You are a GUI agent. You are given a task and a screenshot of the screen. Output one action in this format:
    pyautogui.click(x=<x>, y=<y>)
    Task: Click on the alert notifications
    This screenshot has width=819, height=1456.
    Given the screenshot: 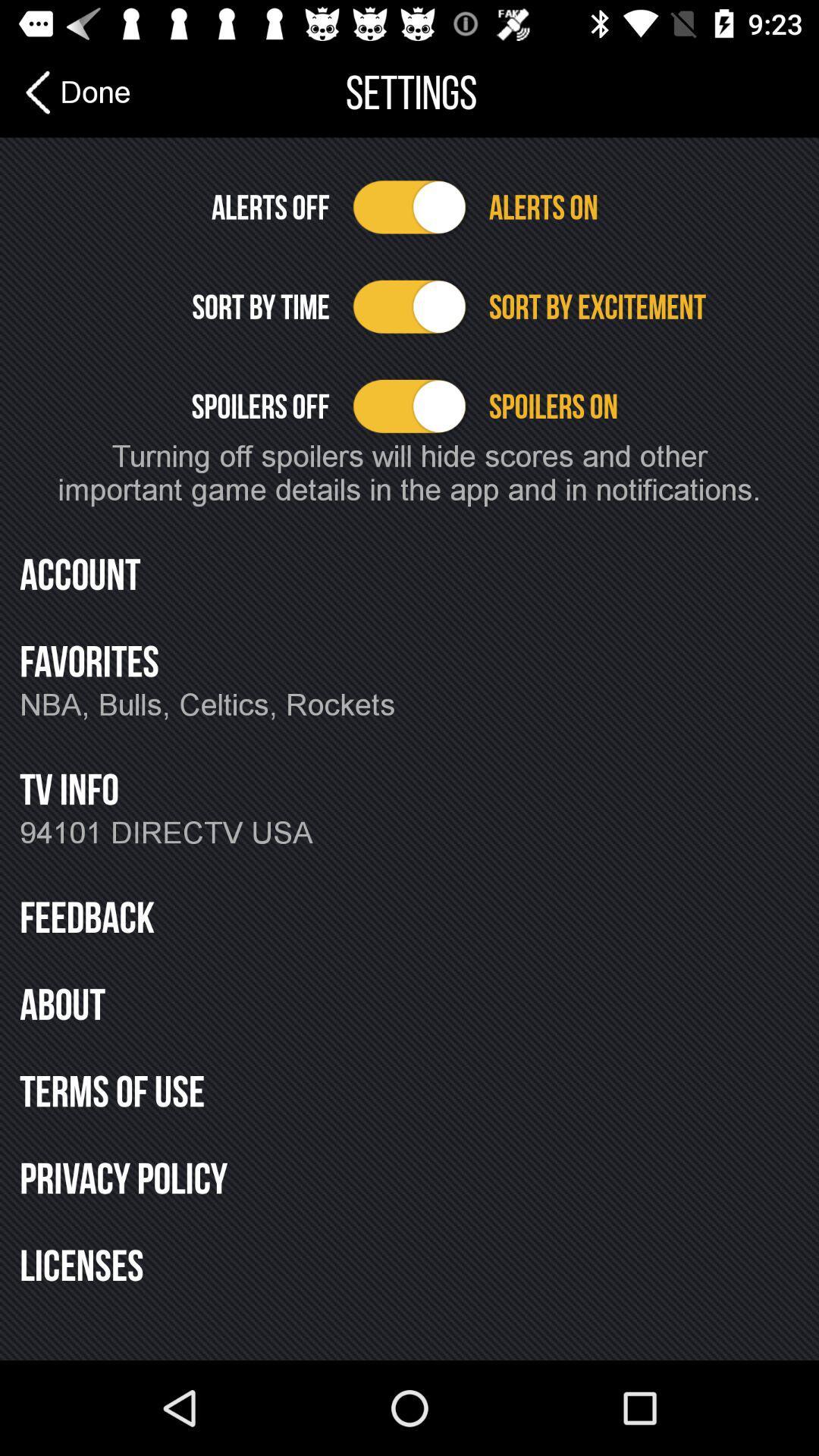 What is the action you would take?
    pyautogui.click(x=409, y=206)
    